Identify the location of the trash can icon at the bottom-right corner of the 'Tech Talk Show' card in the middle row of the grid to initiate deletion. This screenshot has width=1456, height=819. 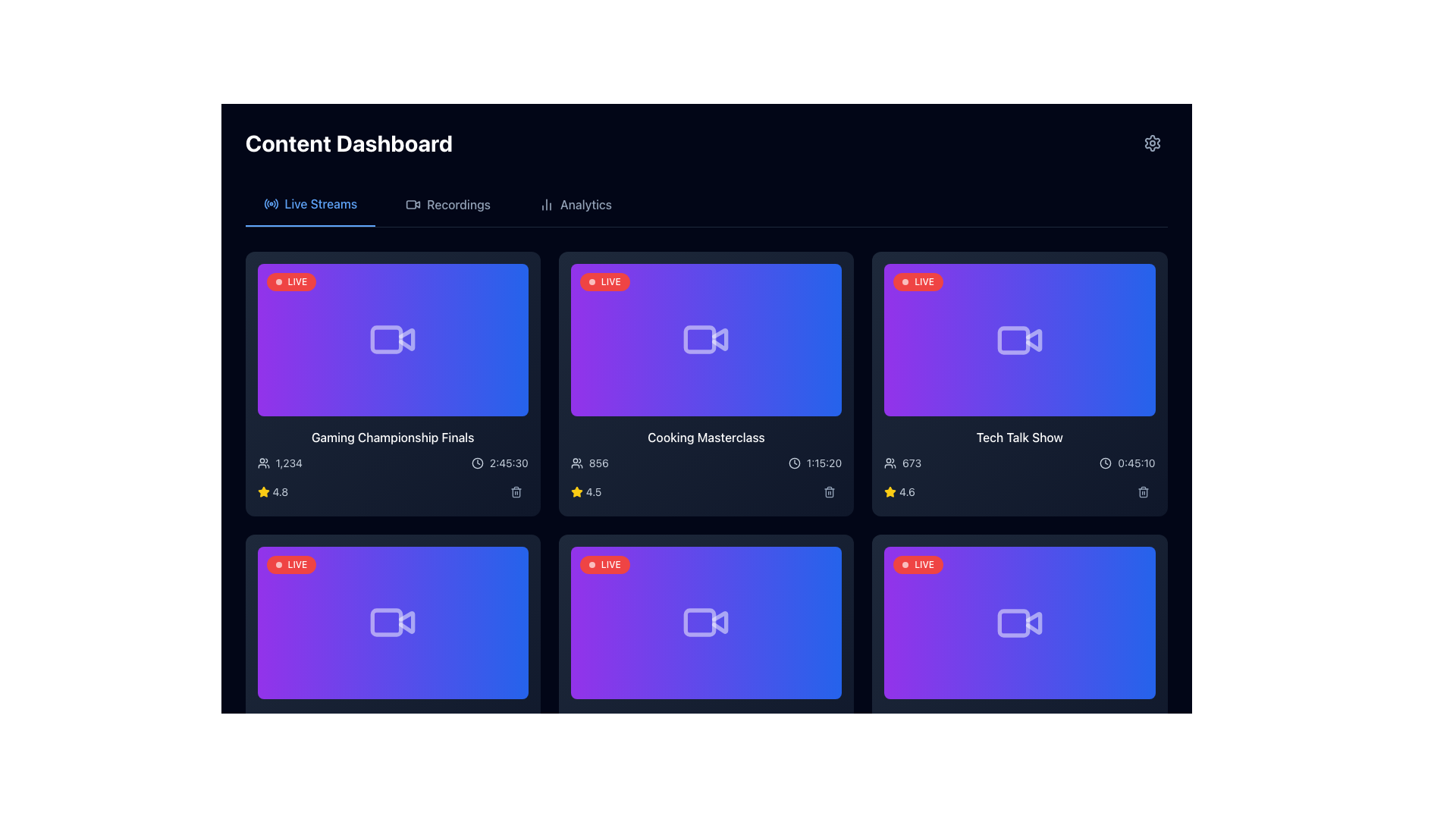
(1143, 491).